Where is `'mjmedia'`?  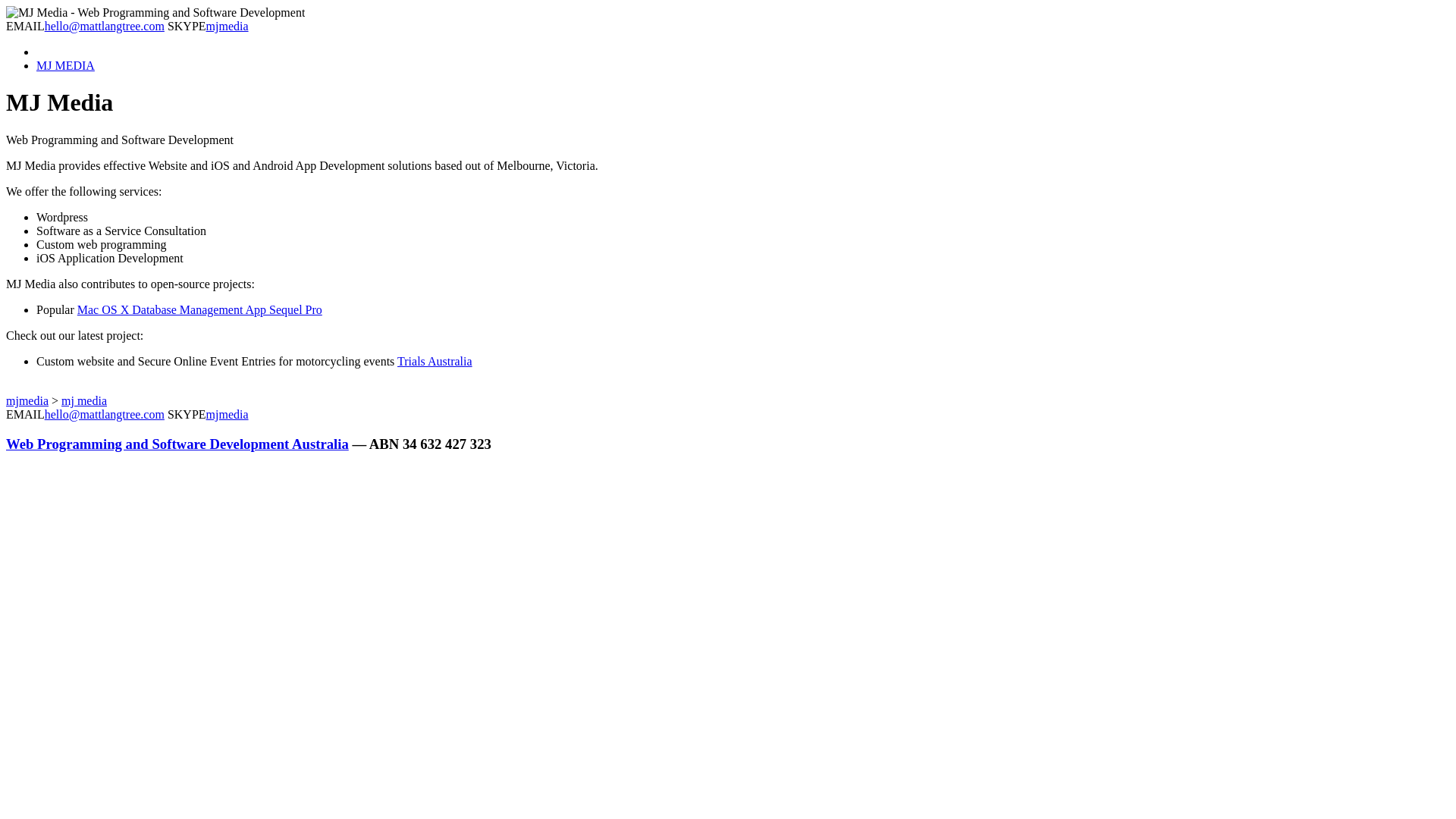
'mjmedia' is located at coordinates (27, 400).